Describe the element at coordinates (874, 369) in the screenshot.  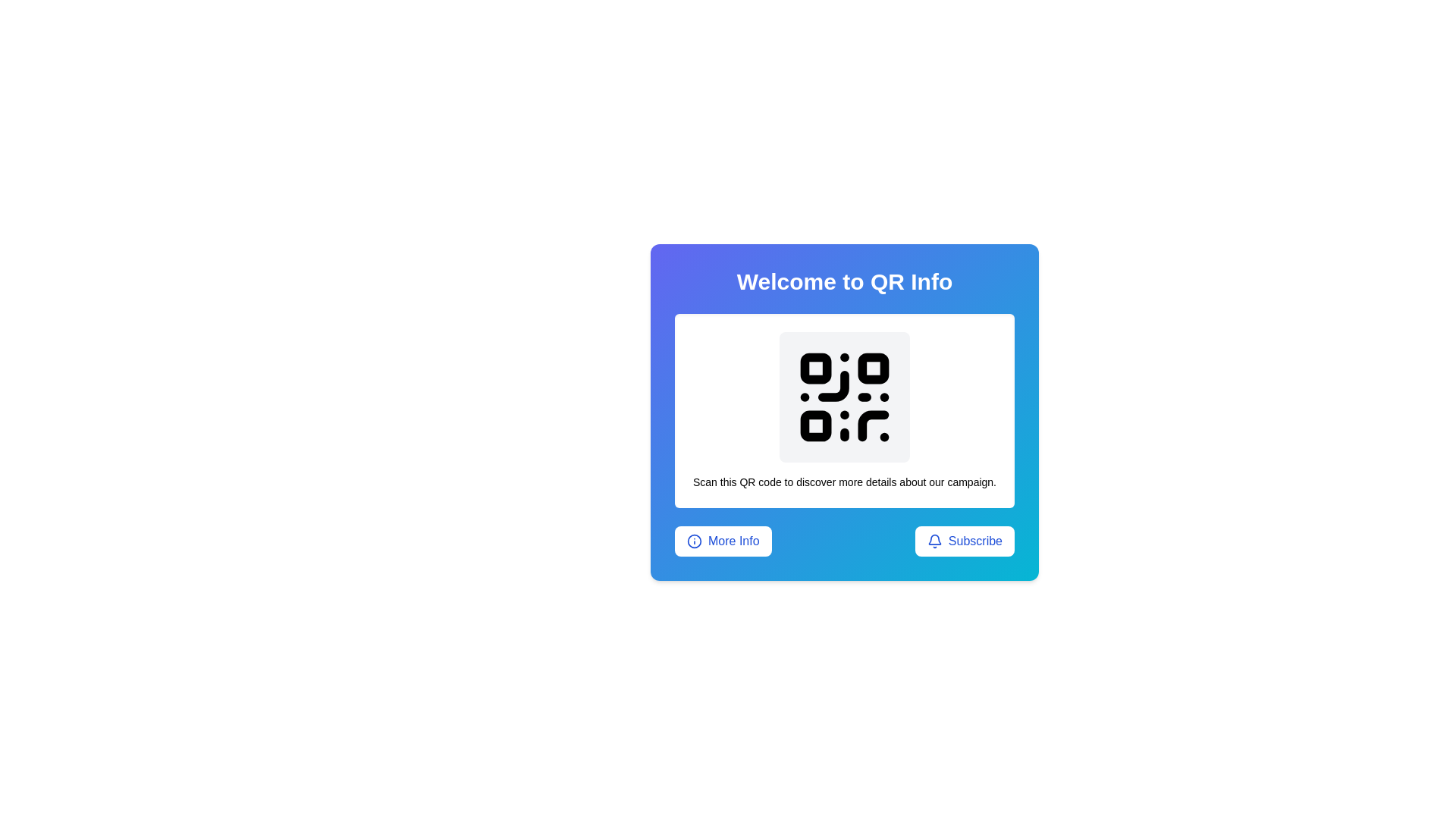
I see `the second black-bordered square in the top-right corner of the QR code` at that location.